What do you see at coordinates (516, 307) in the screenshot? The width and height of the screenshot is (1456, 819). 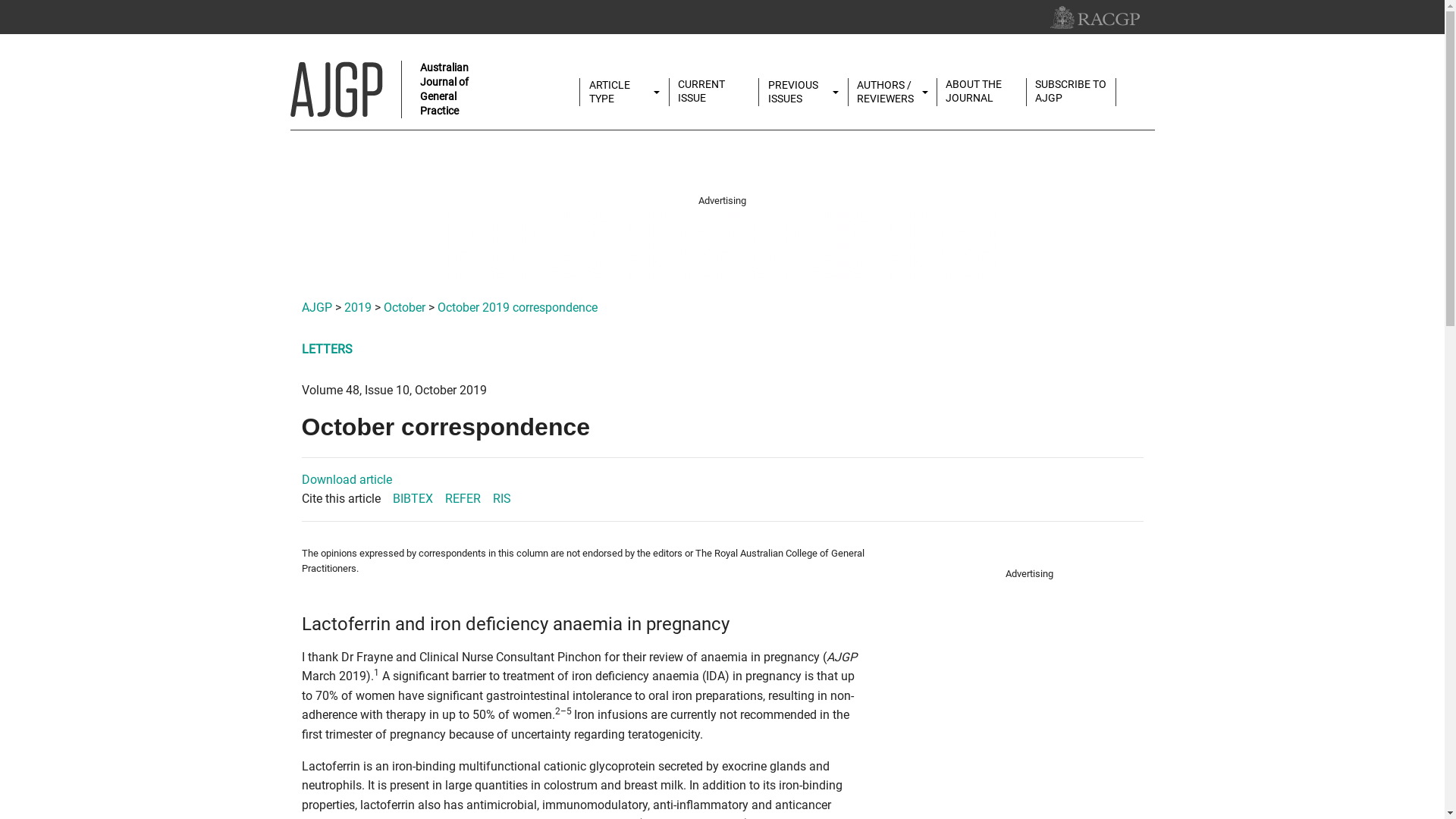 I see `'October 2019 correspondence'` at bounding box center [516, 307].